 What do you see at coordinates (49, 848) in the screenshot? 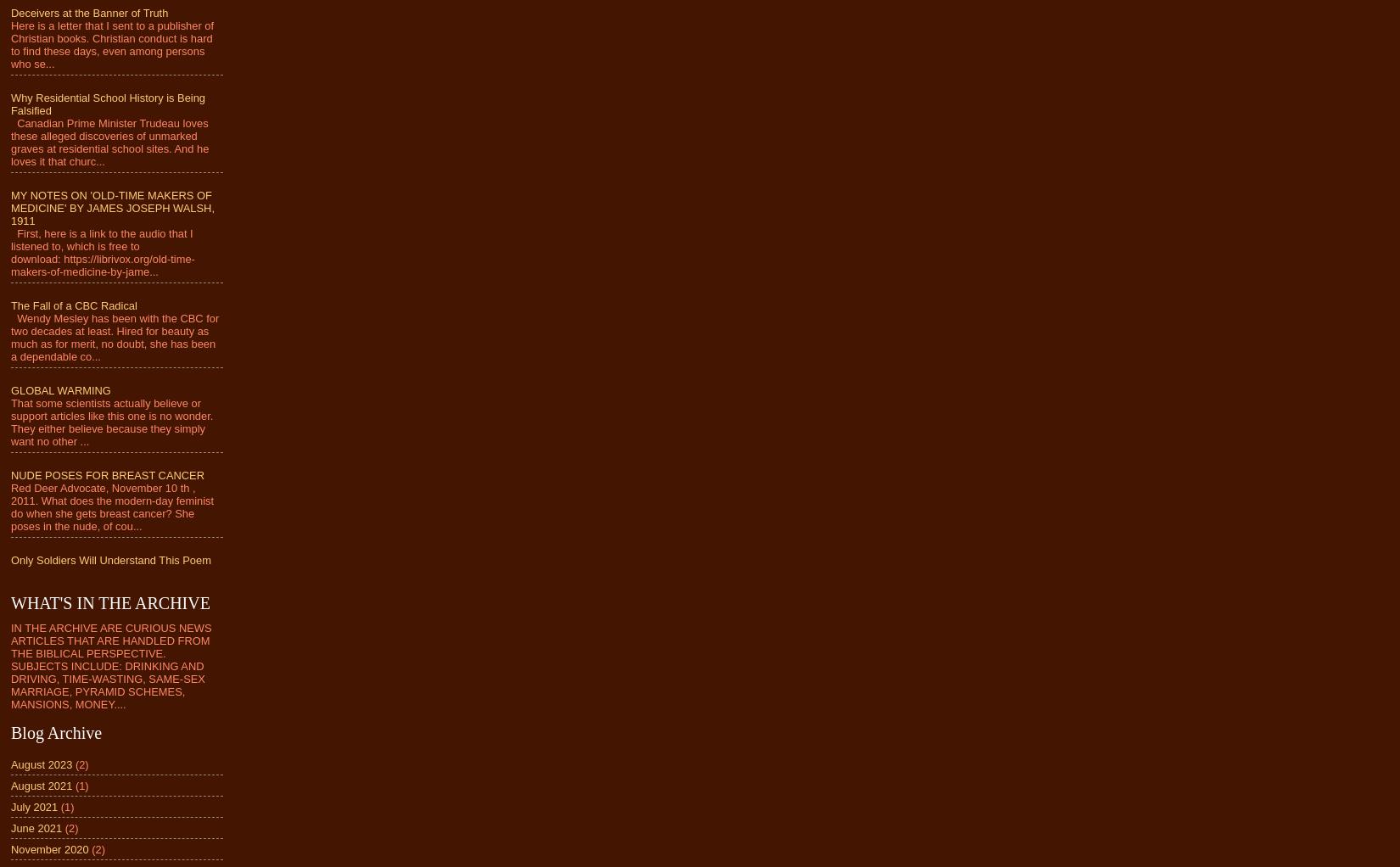
I see `'November 2020'` at bounding box center [49, 848].